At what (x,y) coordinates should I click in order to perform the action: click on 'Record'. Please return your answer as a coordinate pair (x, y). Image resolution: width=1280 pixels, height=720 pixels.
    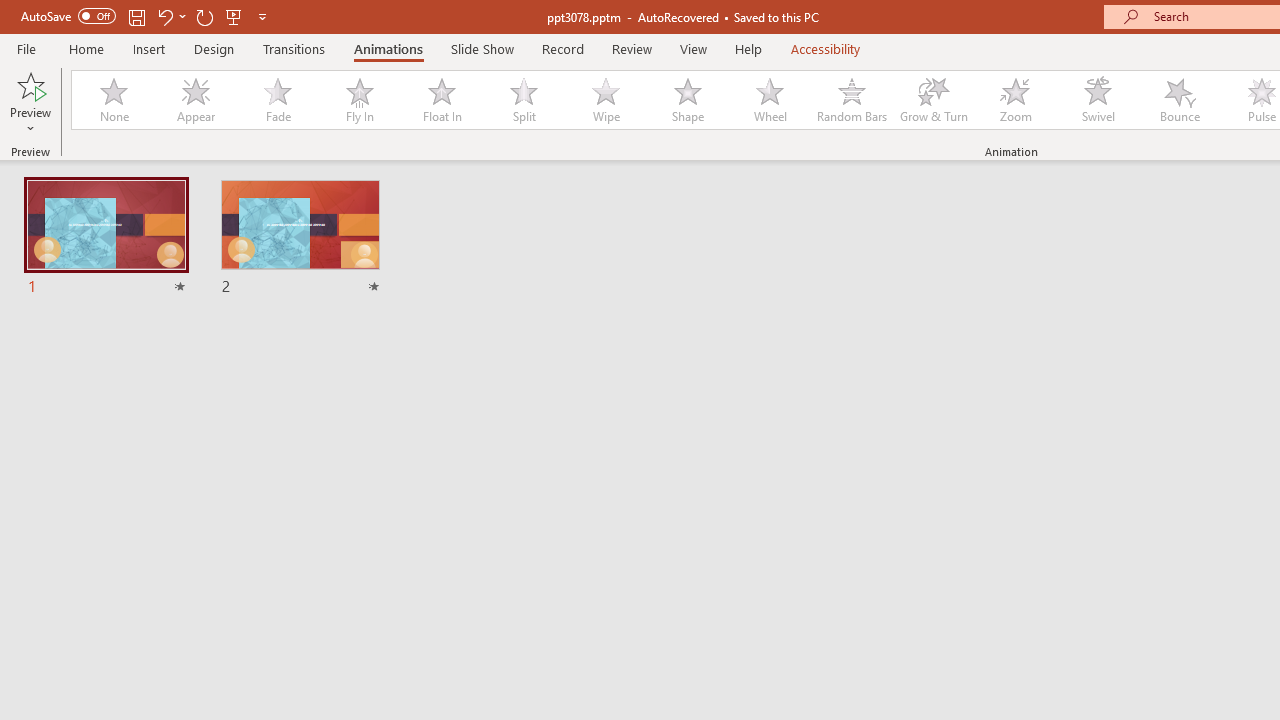
    Looking at the image, I should click on (561, 48).